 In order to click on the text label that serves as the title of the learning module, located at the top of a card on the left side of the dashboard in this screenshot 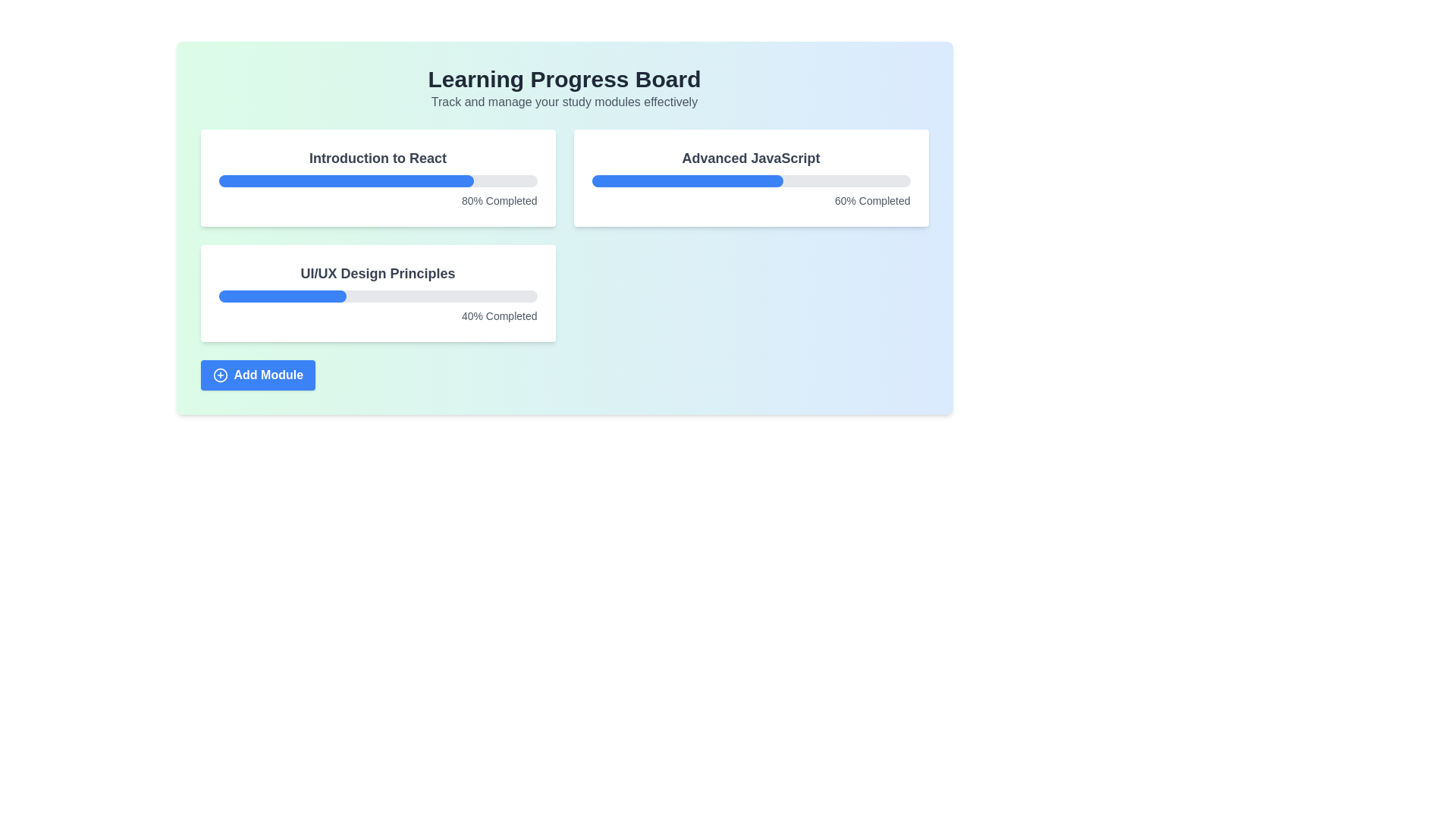, I will do `click(378, 158)`.